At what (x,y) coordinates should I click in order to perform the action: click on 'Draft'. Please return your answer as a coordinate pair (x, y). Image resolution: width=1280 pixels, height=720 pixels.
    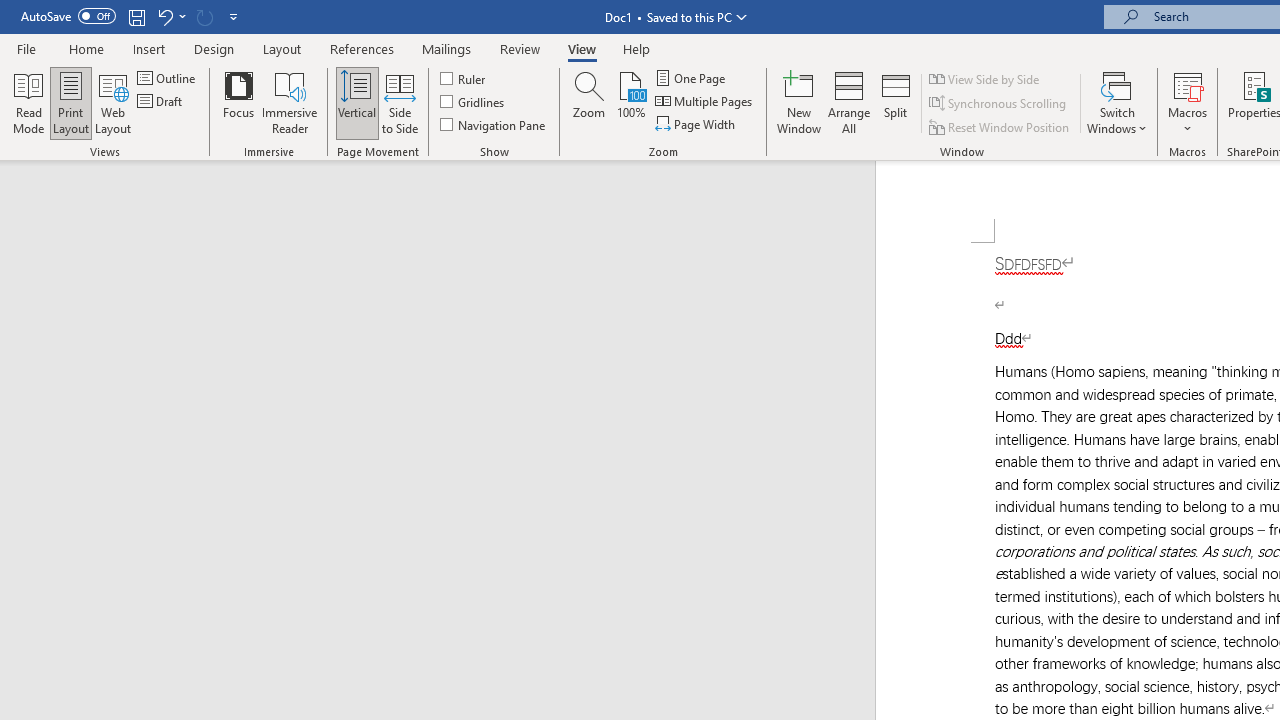
    Looking at the image, I should click on (161, 101).